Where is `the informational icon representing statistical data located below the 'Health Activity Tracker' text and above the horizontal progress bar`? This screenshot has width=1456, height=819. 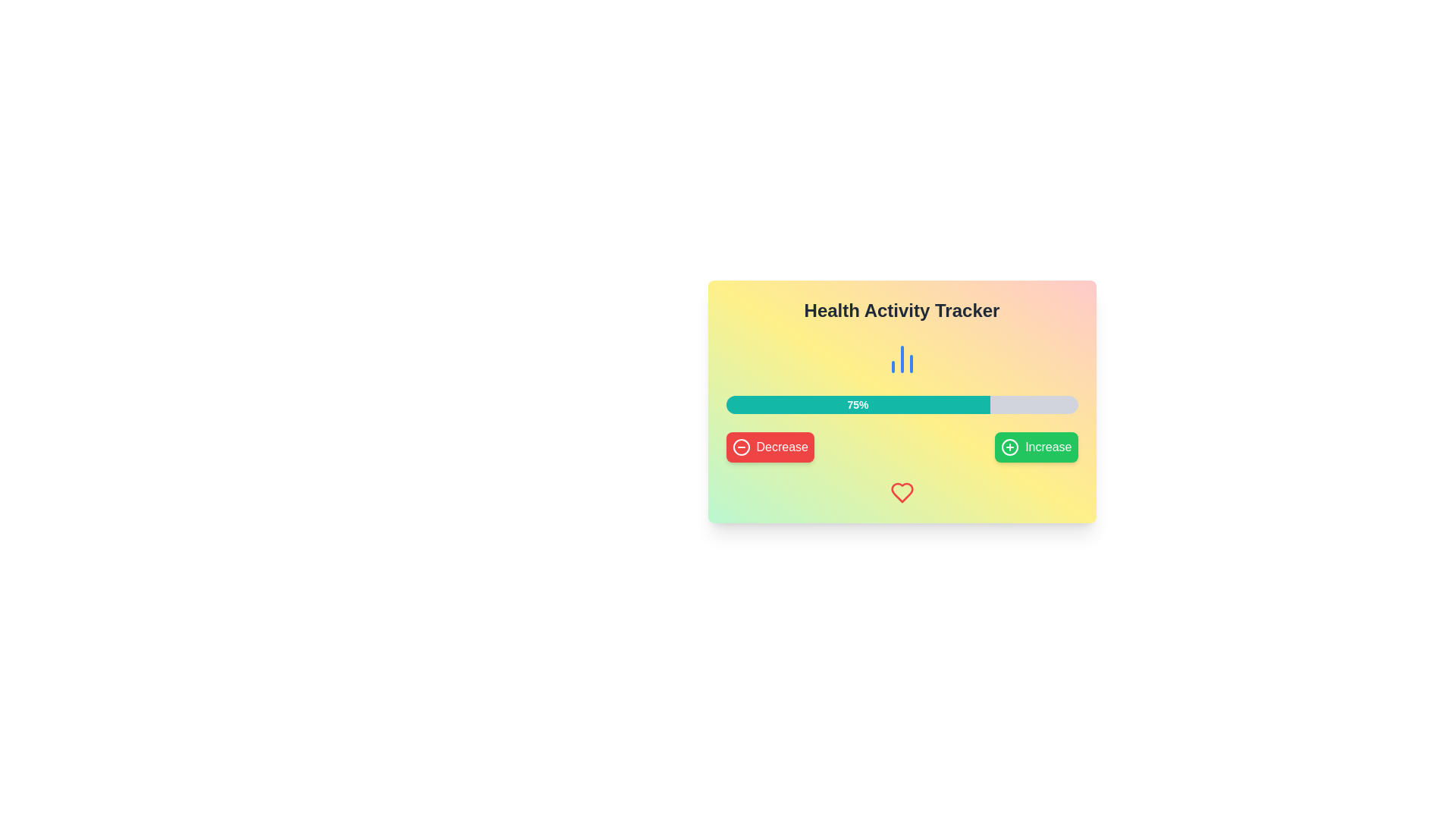
the informational icon representing statistical data located below the 'Health Activity Tracker' text and above the horizontal progress bar is located at coordinates (902, 359).